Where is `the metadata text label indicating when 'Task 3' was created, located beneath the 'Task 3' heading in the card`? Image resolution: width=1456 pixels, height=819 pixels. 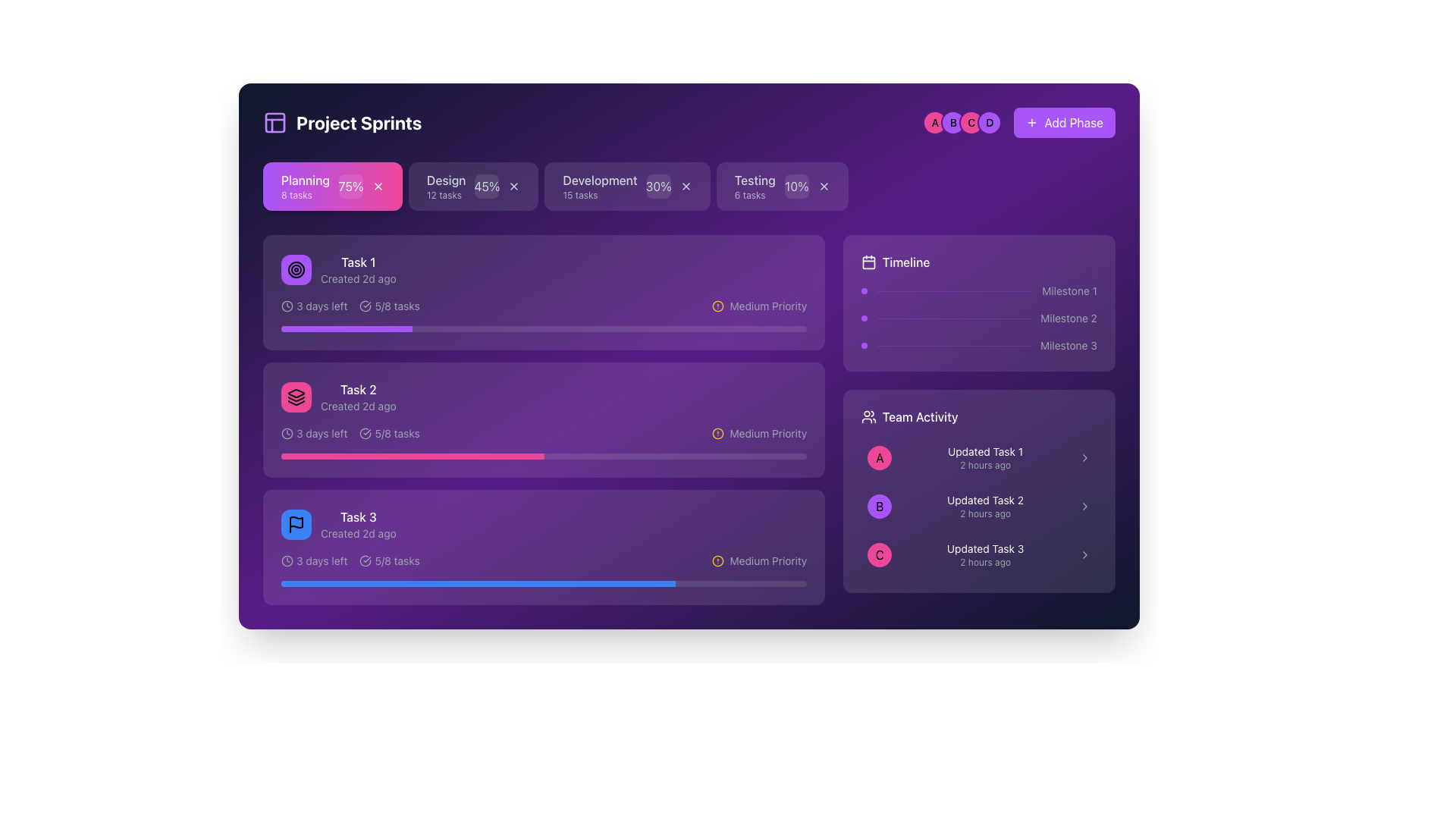
the metadata text label indicating when 'Task 3' was created, located beneath the 'Task 3' heading in the card is located at coordinates (357, 533).